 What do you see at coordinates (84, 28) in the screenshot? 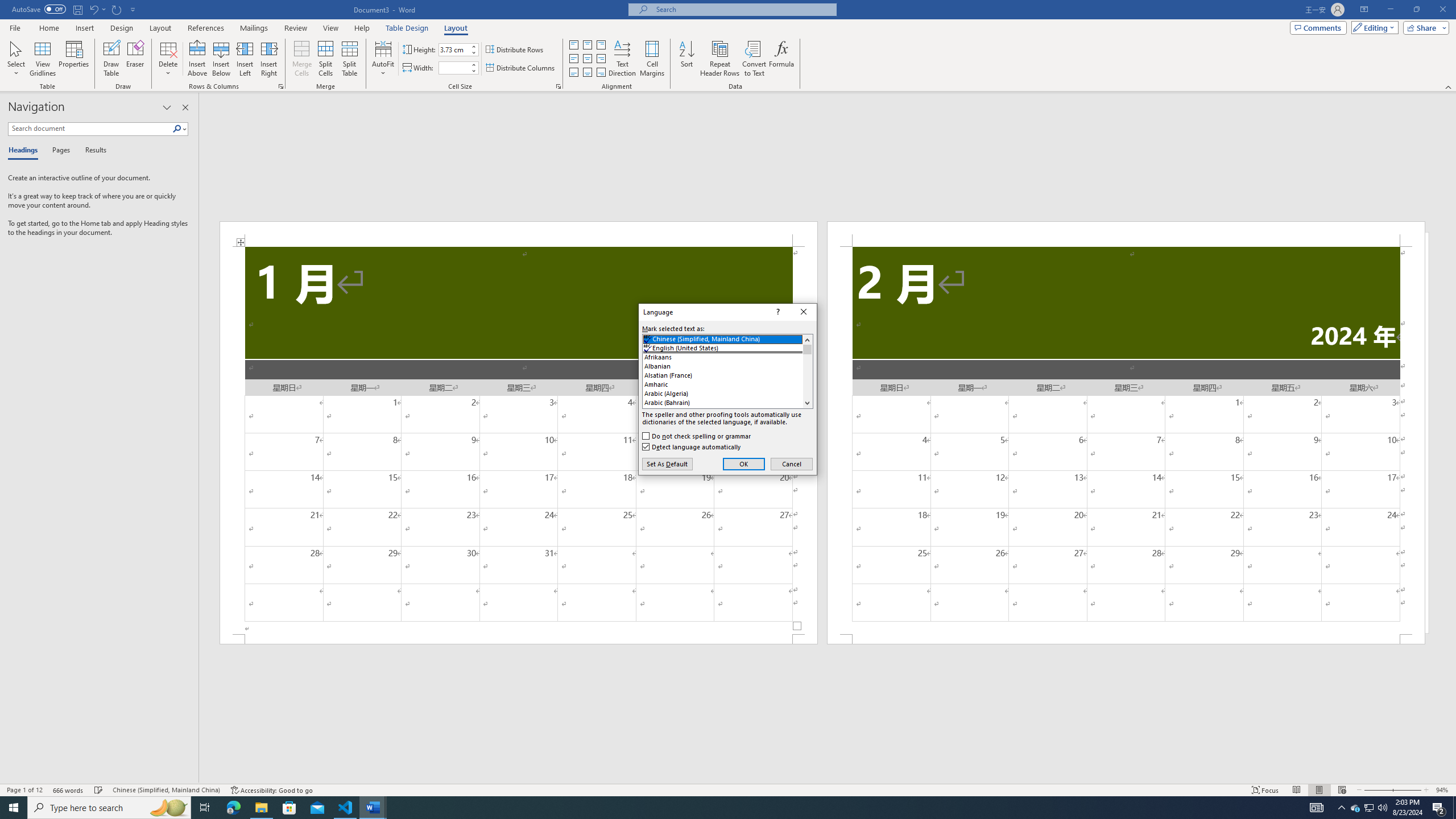
I see `'Insert'` at bounding box center [84, 28].